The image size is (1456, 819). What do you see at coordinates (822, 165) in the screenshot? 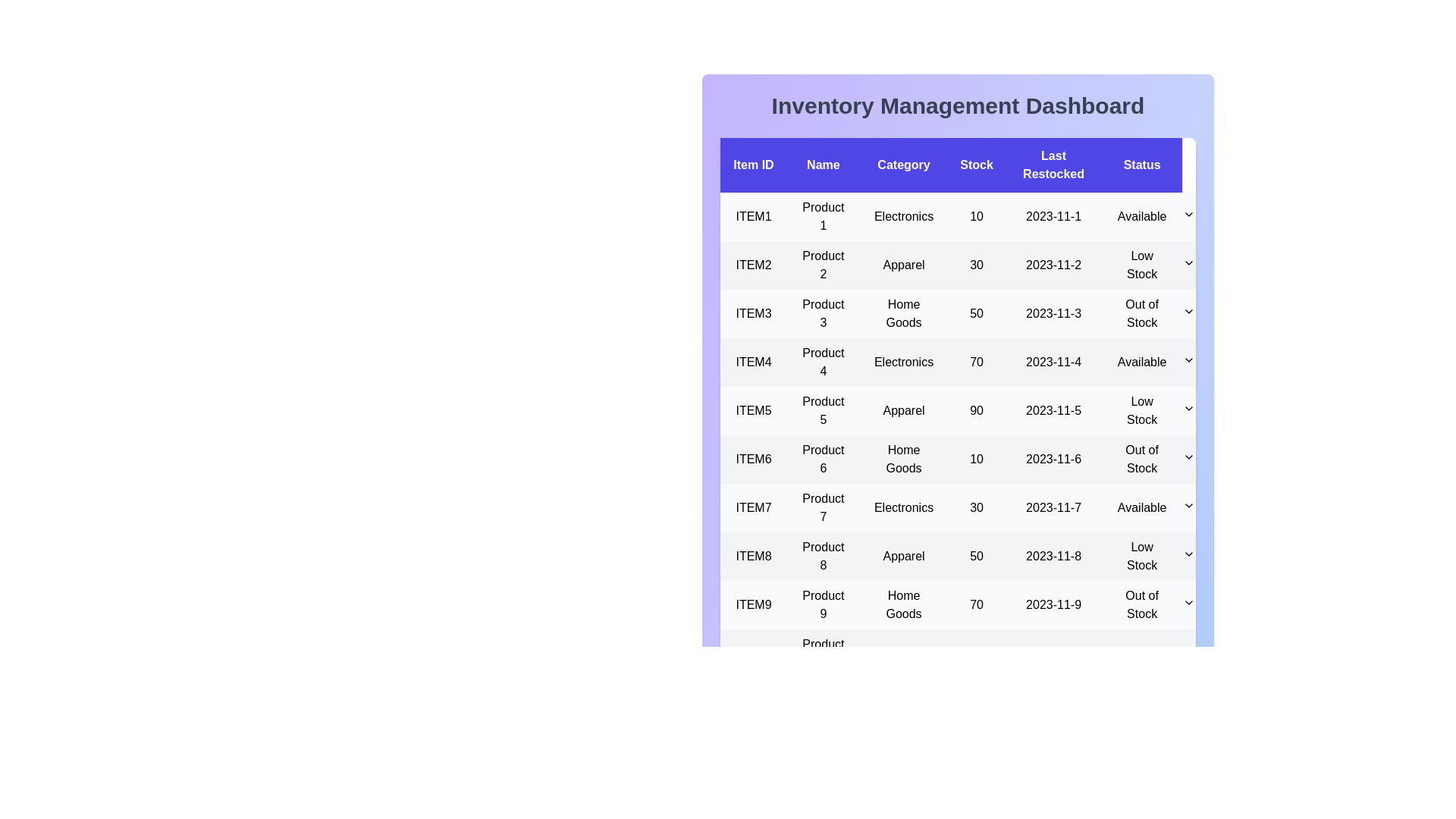
I see `the column header Name to sort the data by that column` at bounding box center [822, 165].